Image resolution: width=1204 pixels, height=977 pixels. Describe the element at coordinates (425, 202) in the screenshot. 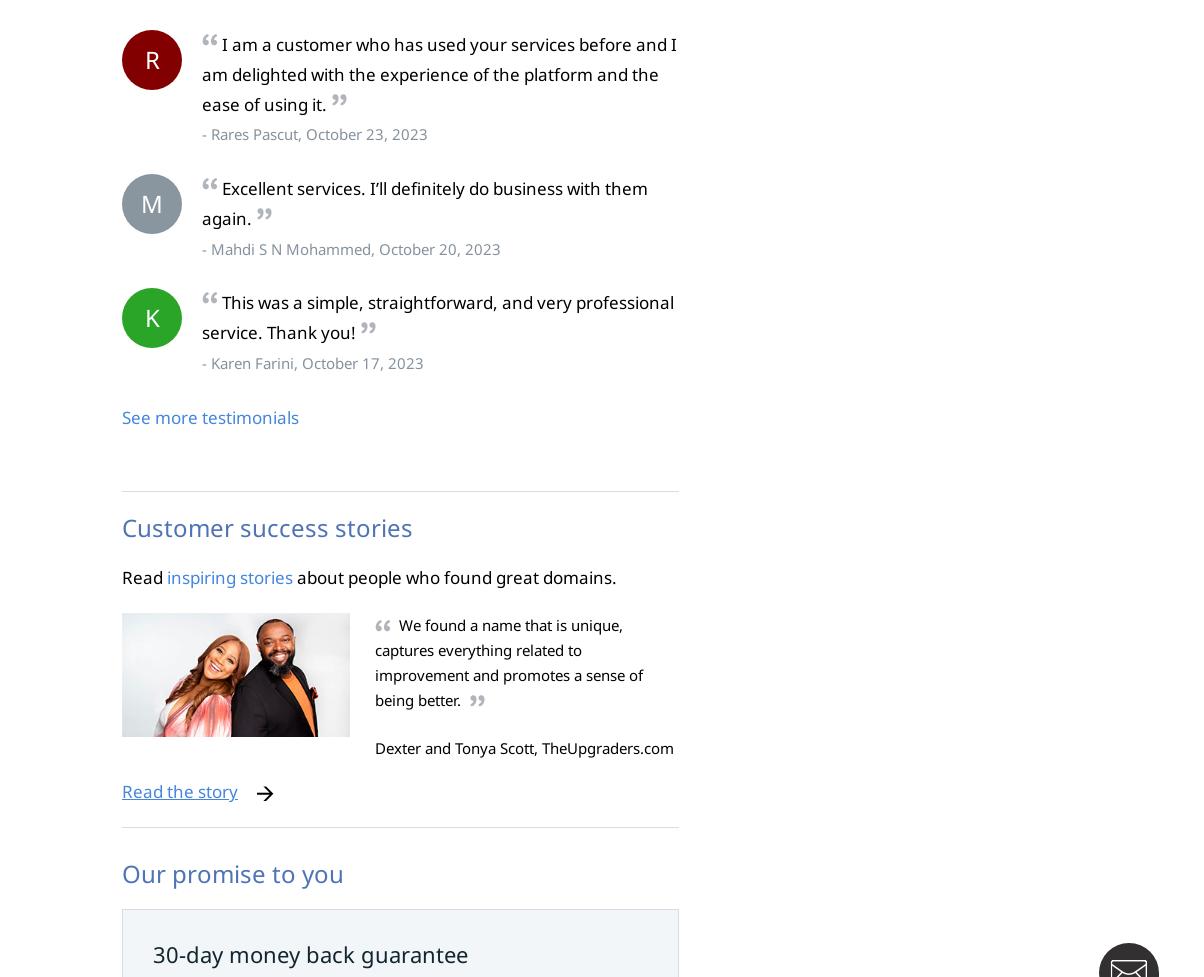

I see `'Excellent services. I’ll definitely do business with them again.'` at that location.